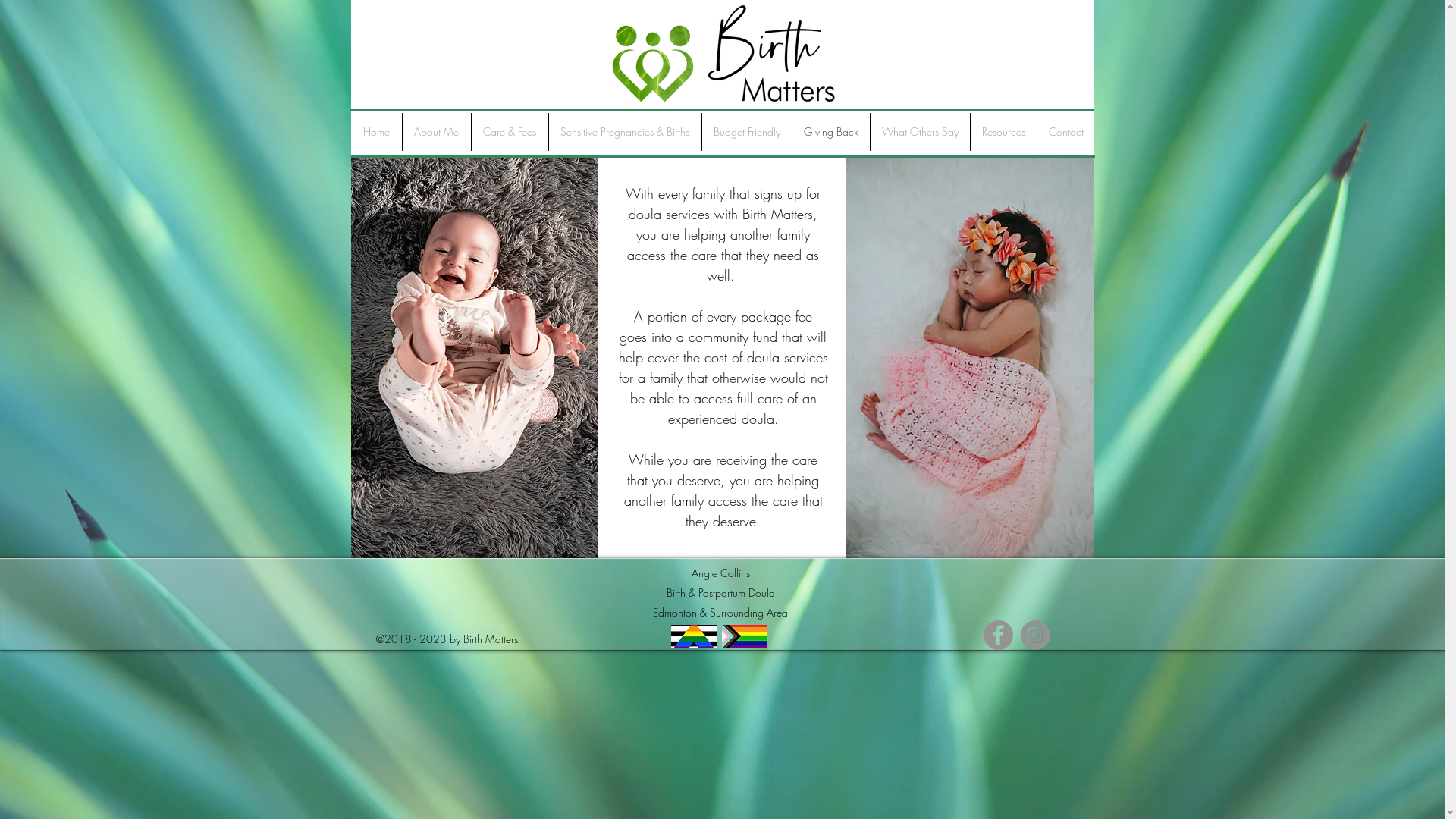 The image size is (1456, 819). What do you see at coordinates (435, 130) in the screenshot?
I see `'About Me'` at bounding box center [435, 130].